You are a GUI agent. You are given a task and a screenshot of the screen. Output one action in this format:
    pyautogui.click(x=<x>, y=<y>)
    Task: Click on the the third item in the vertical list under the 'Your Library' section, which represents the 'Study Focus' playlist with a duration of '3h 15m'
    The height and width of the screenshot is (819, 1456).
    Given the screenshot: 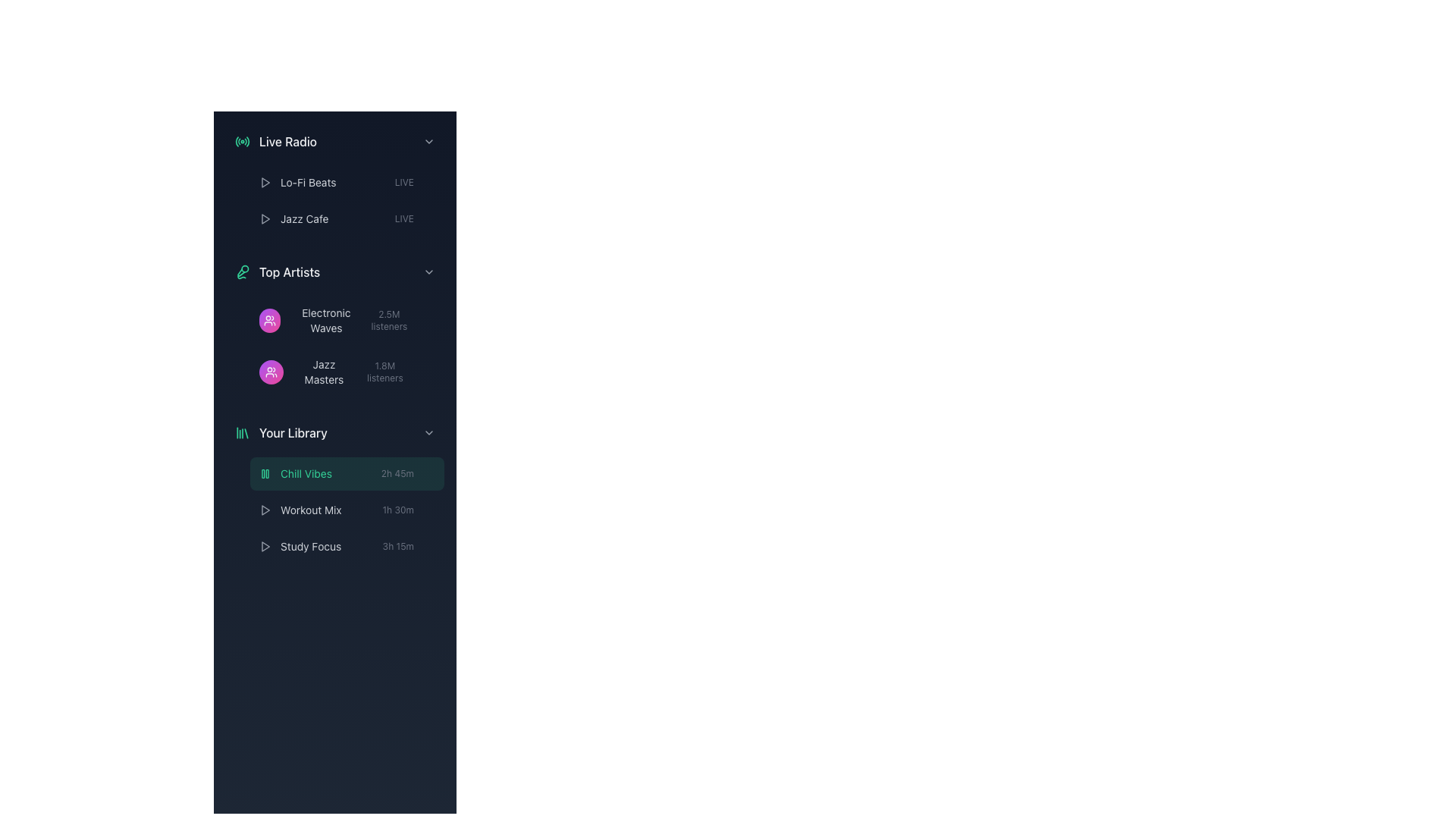 What is the action you would take?
    pyautogui.click(x=346, y=547)
    